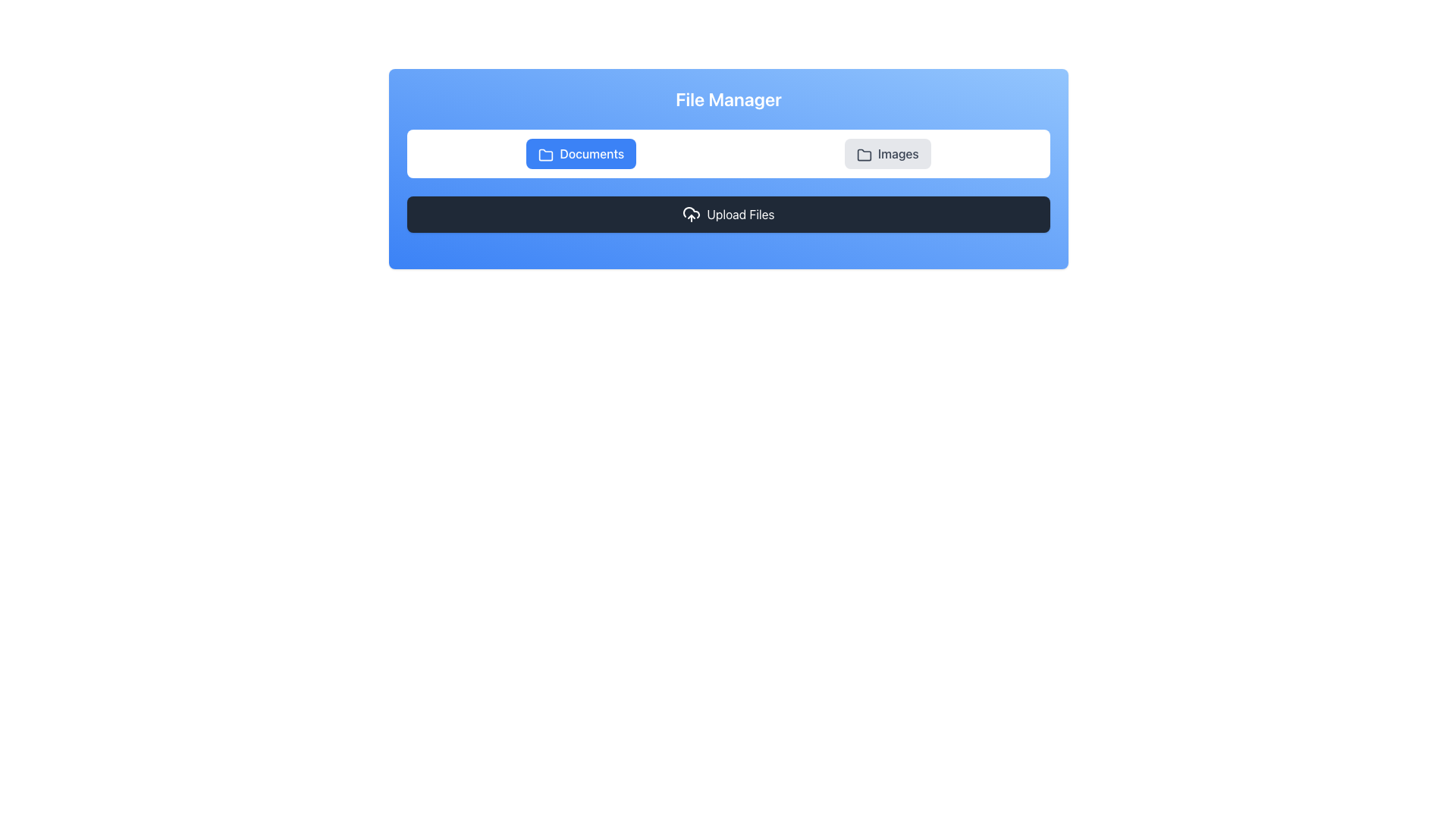 The width and height of the screenshot is (1456, 819). I want to click on the folder icon that signifies the 'Images' section, aiding users in associating the label with a folder of image files, so click(864, 155).